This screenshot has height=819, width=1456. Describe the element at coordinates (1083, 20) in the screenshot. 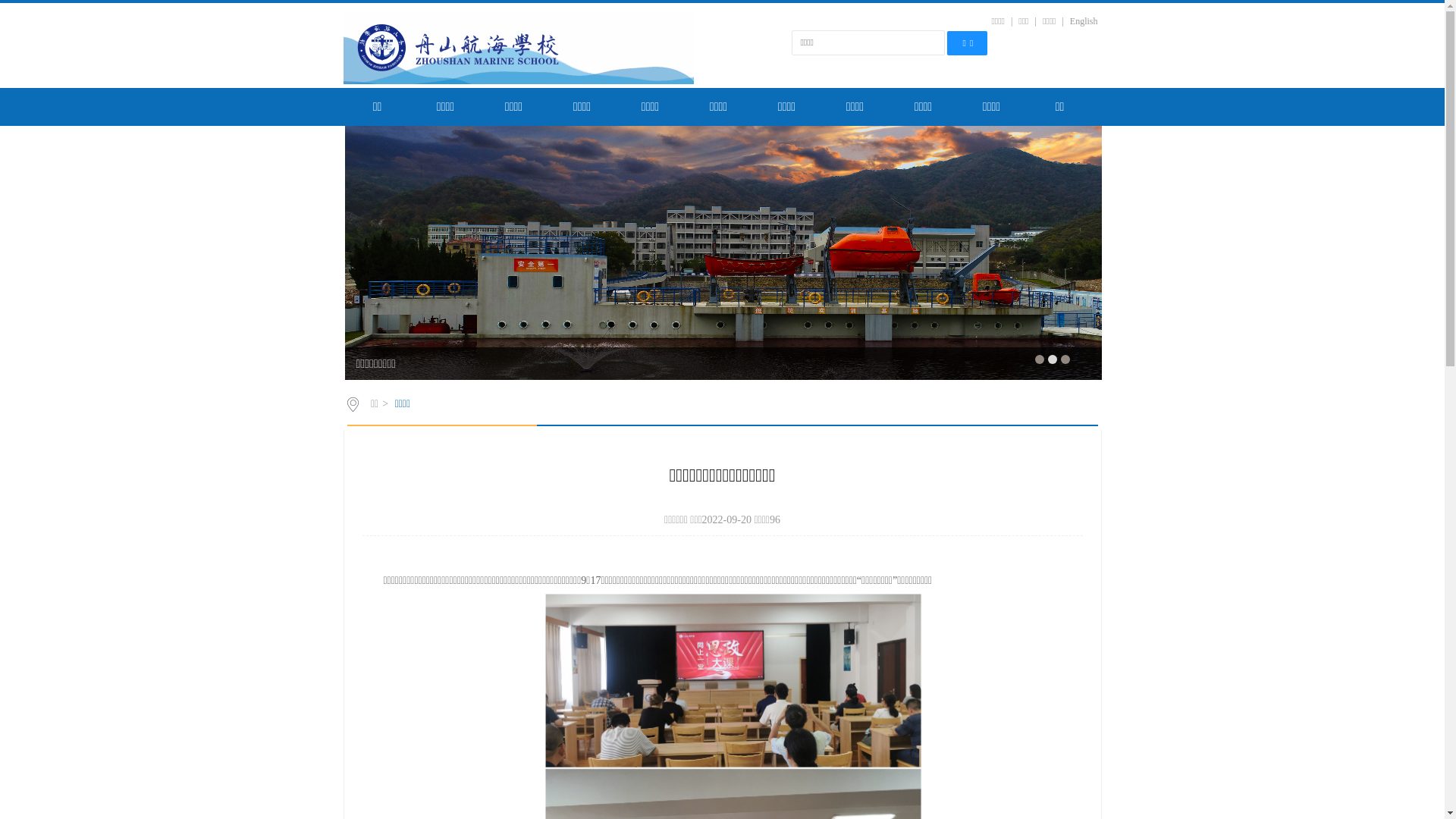

I see `'English'` at that location.